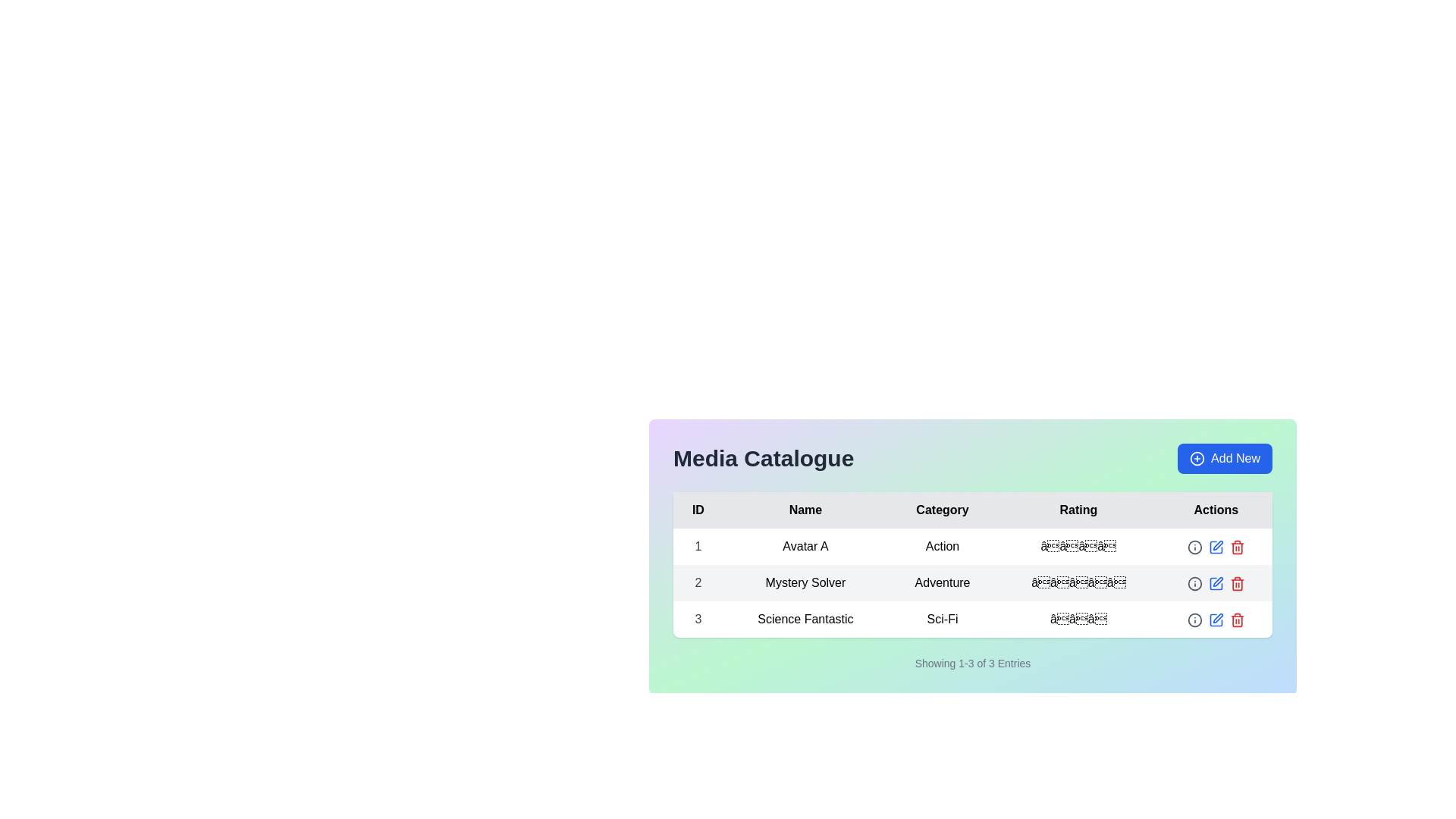 Image resolution: width=1456 pixels, height=819 pixels. Describe the element at coordinates (1218, 544) in the screenshot. I see `the SVG icon button in the 'Actions' column of the table` at that location.